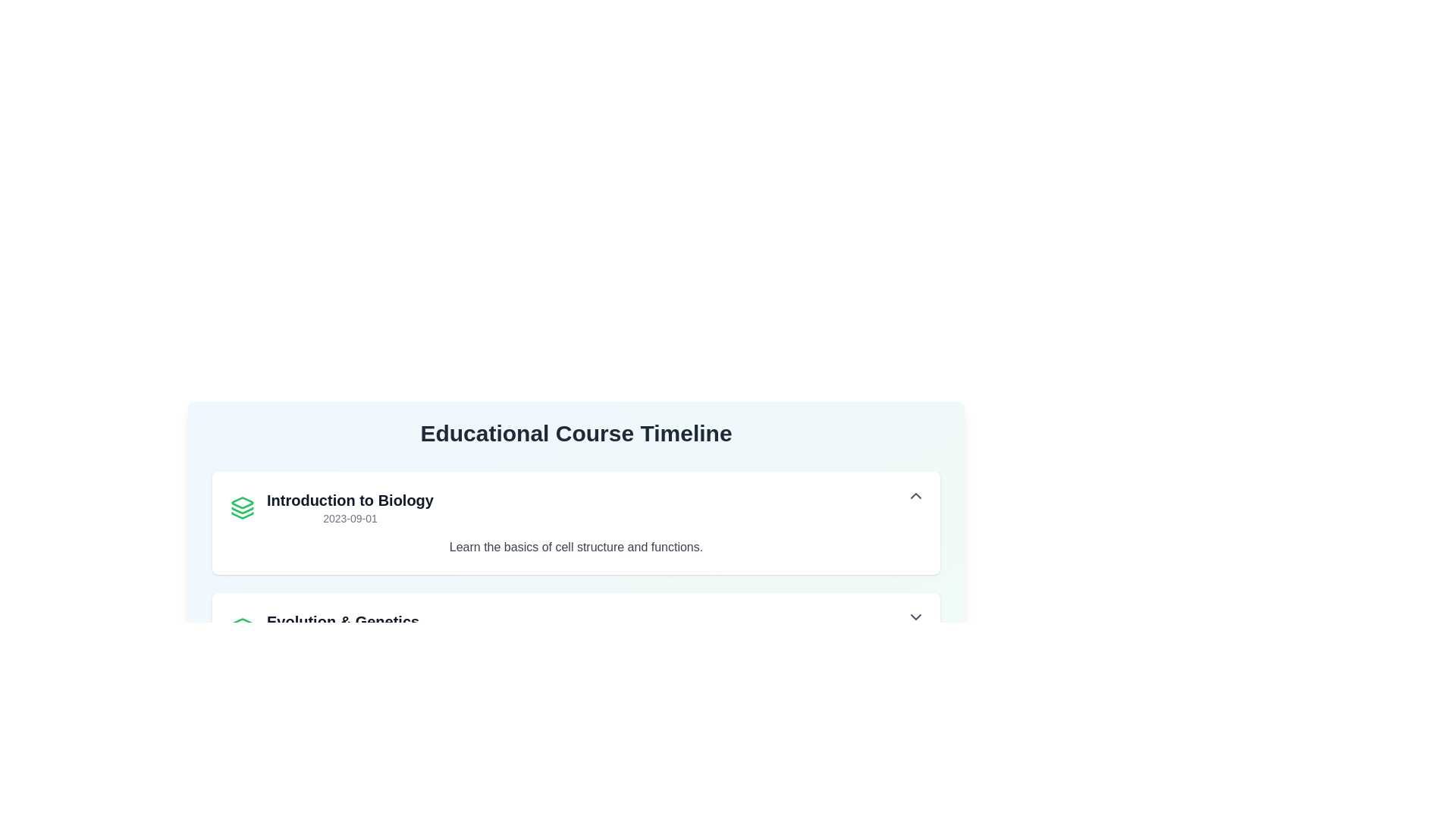 The height and width of the screenshot is (819, 1456). Describe the element at coordinates (575, 433) in the screenshot. I see `text content of the Text Header located at the top of the section, which serves as the primary header introducing the content that follows` at that location.